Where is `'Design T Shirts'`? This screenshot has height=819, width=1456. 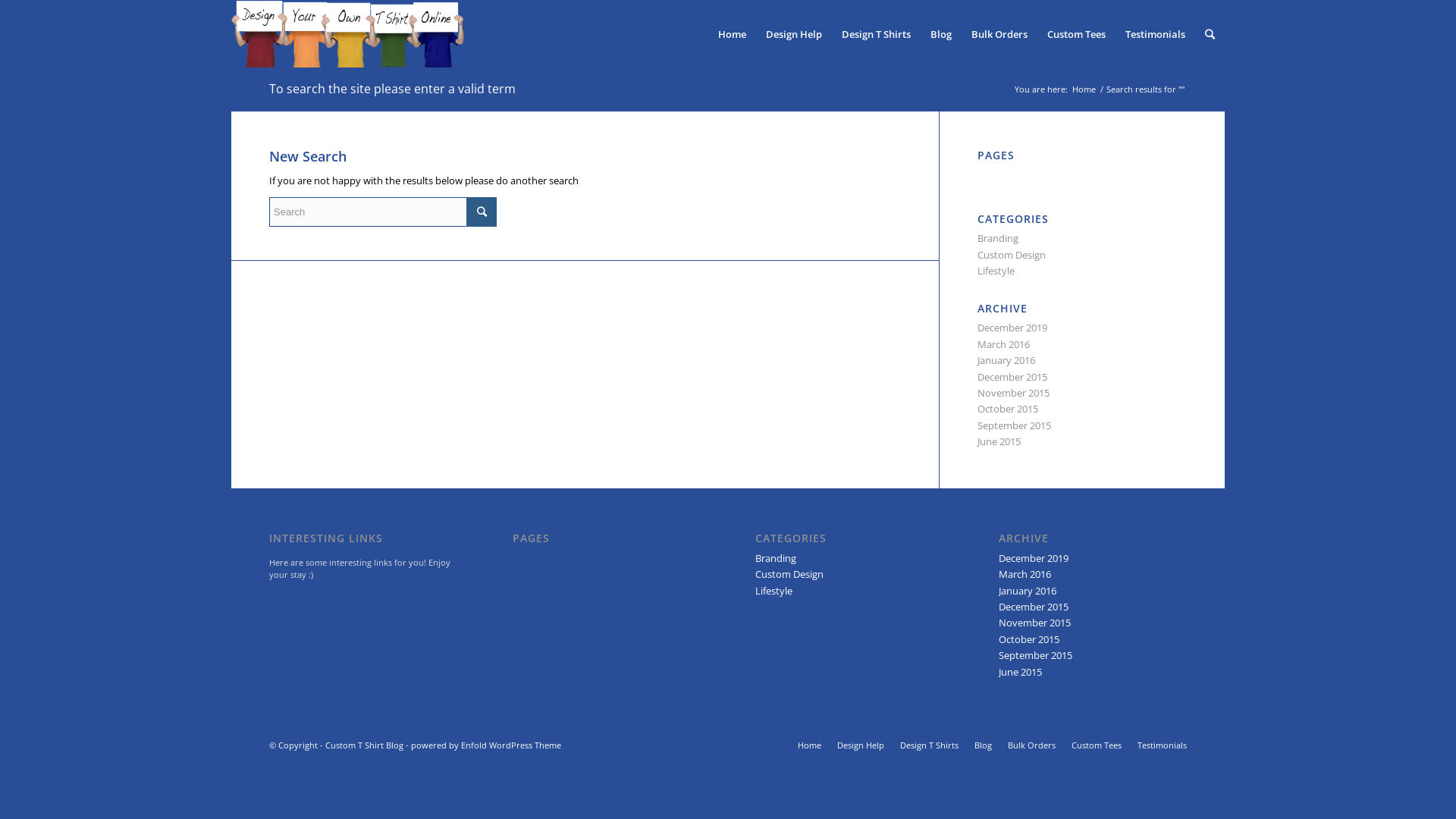
'Design T Shirts' is located at coordinates (928, 744).